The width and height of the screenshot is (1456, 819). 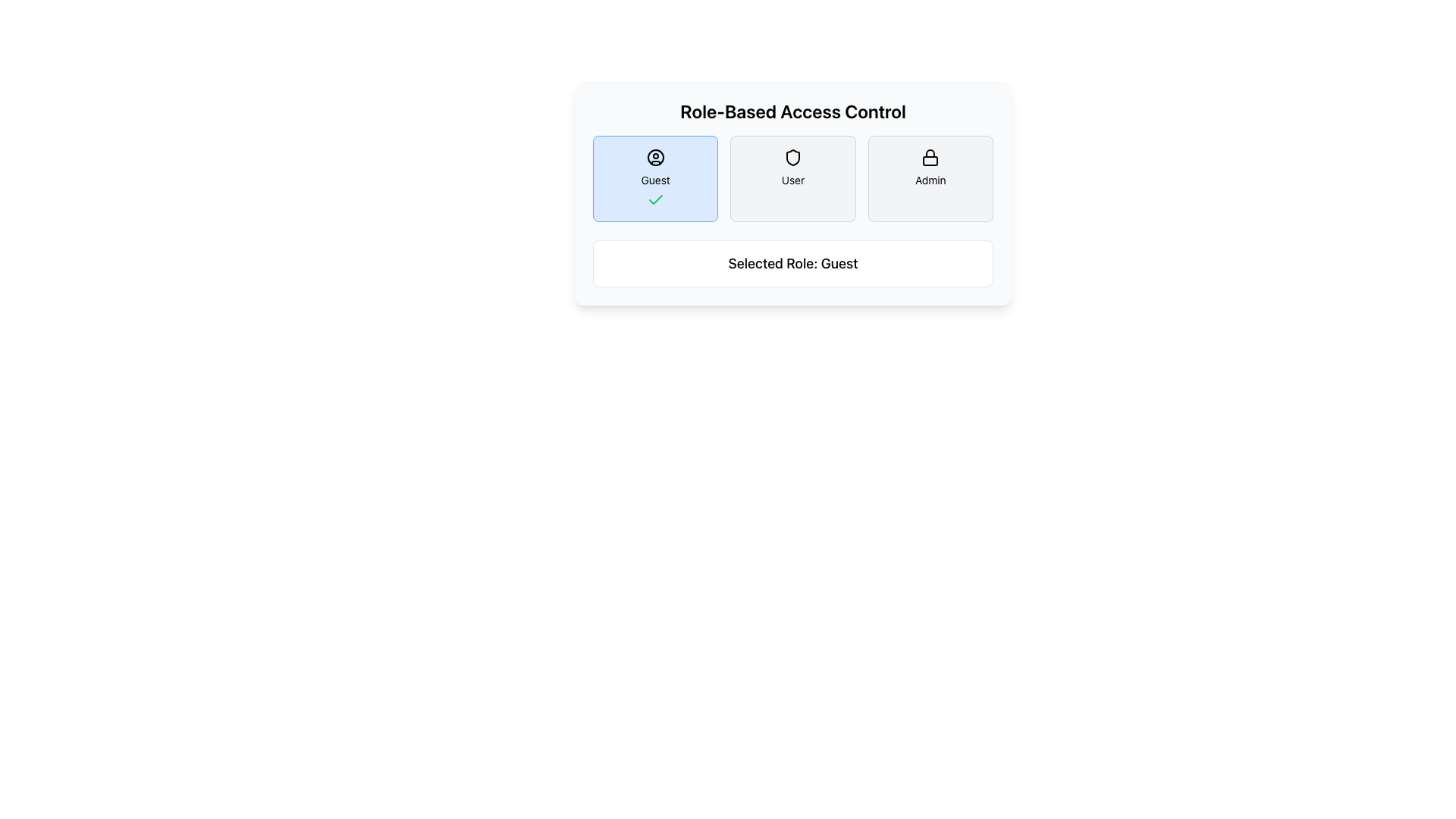 I want to click on the simplistic shield icon outlined in black, located at the top center of the card labeled 'User', so click(x=792, y=158).